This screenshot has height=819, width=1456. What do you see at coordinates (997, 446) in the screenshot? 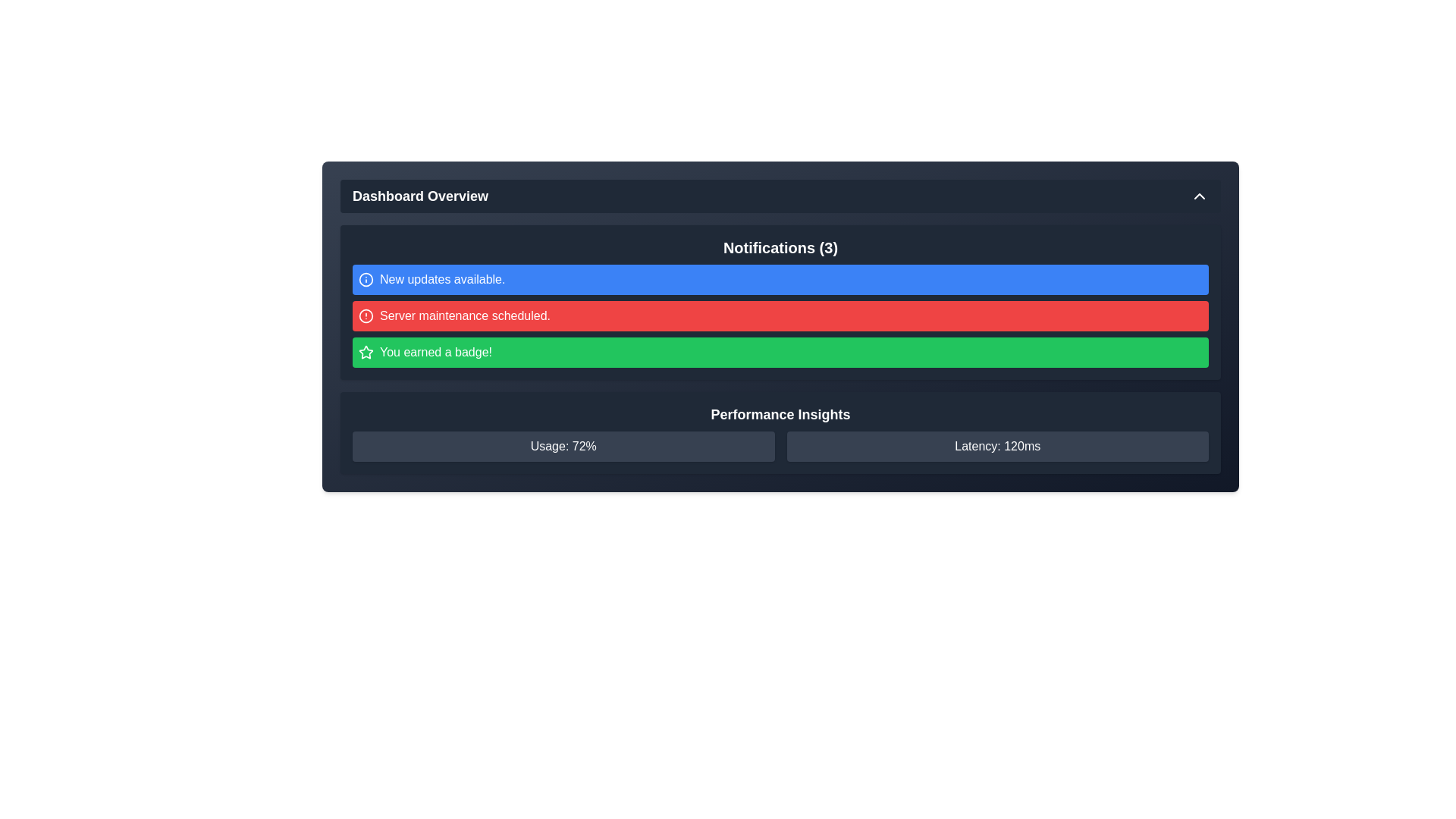
I see `latency value displayed in the Text Label with dark gray background showing 'Latency: 120ms' in white text, located in the 'Performance Insights' section, to the right of the 'Usage: 72%' element` at bounding box center [997, 446].